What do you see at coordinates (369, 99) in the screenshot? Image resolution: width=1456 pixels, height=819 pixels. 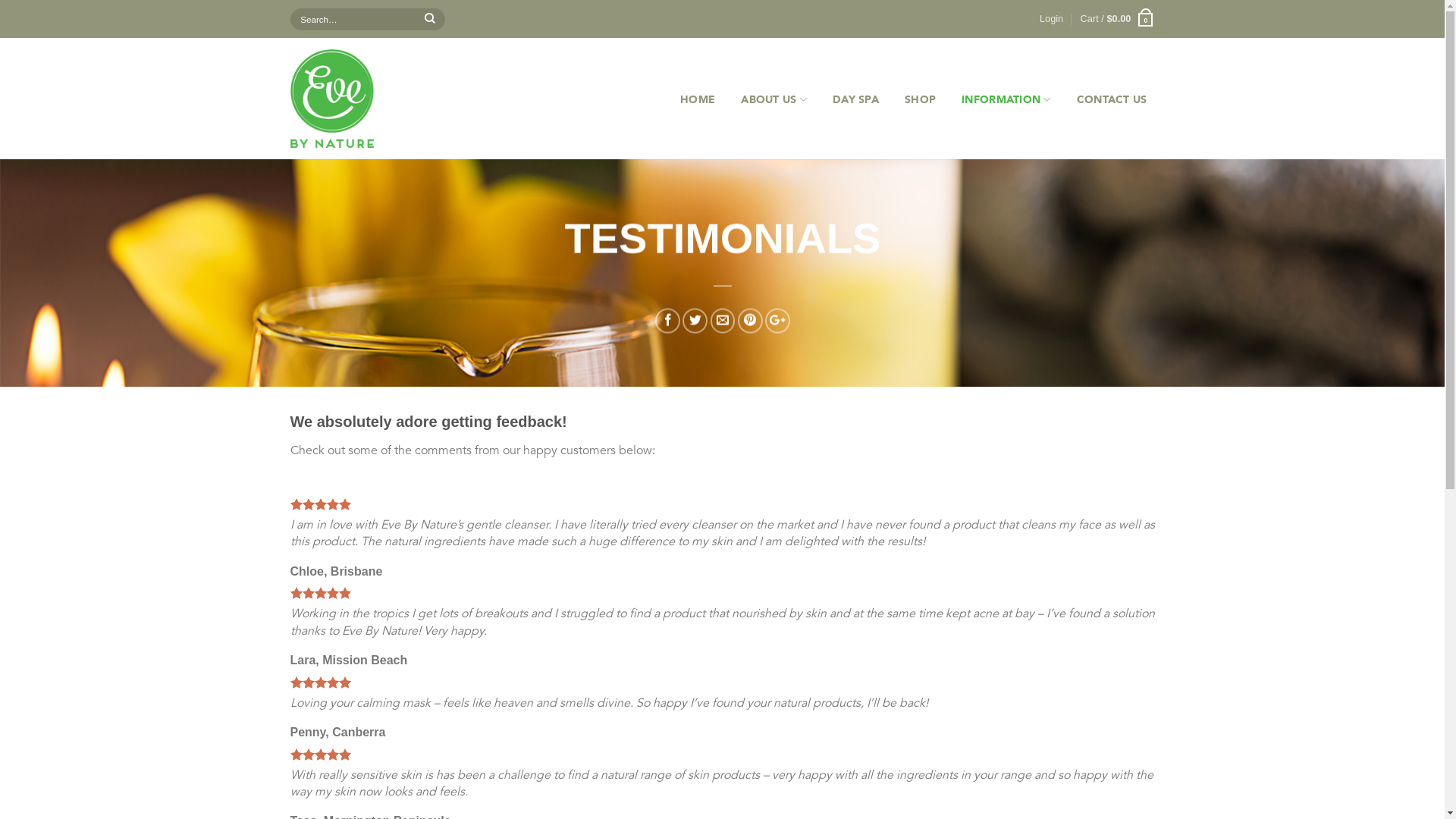 I see `'Eve By Nature - Beautiful natural skin care products'` at bounding box center [369, 99].